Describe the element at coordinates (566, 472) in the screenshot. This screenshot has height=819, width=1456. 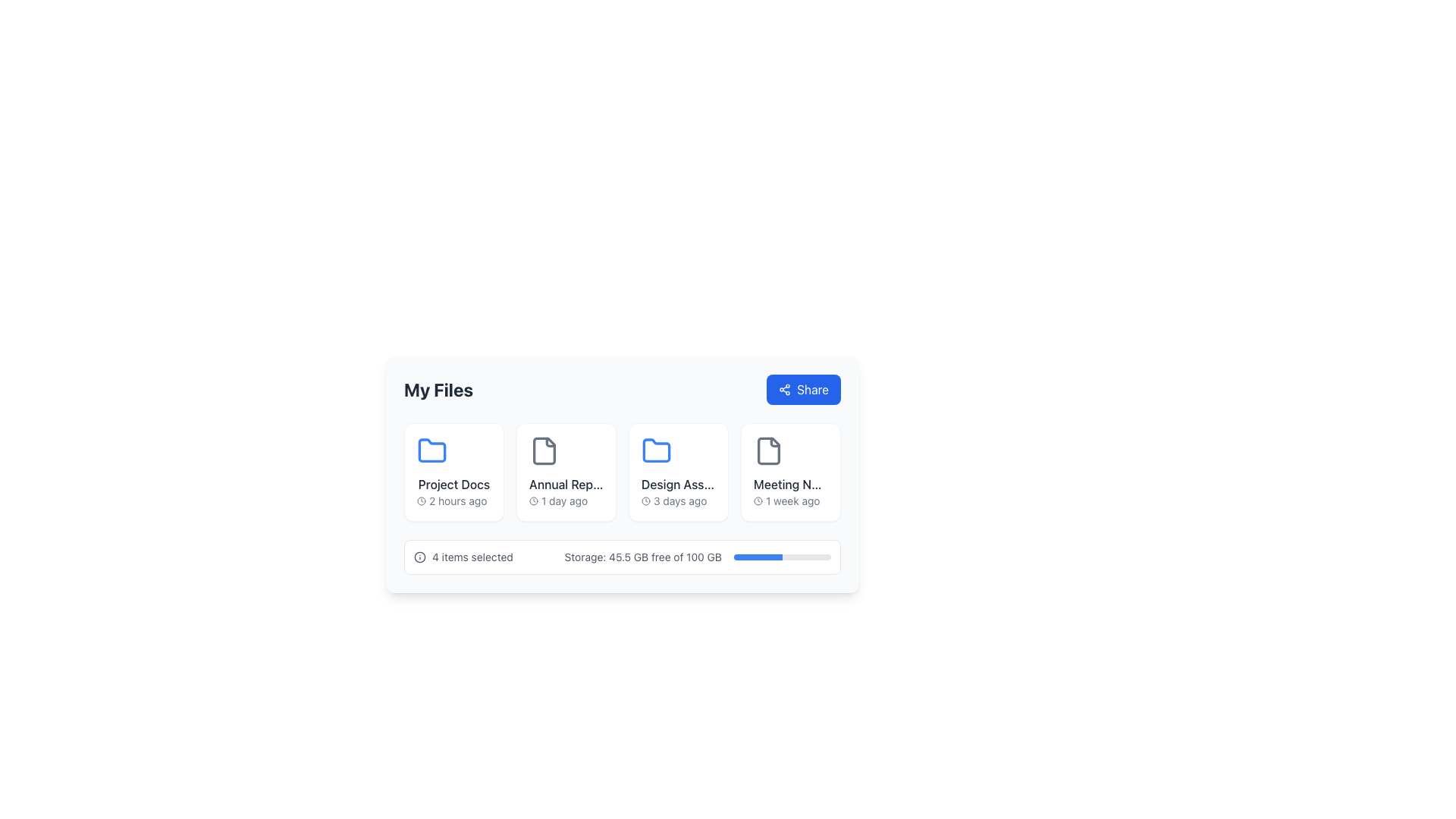
I see `the second file entry in the 'My Files' section` at that location.